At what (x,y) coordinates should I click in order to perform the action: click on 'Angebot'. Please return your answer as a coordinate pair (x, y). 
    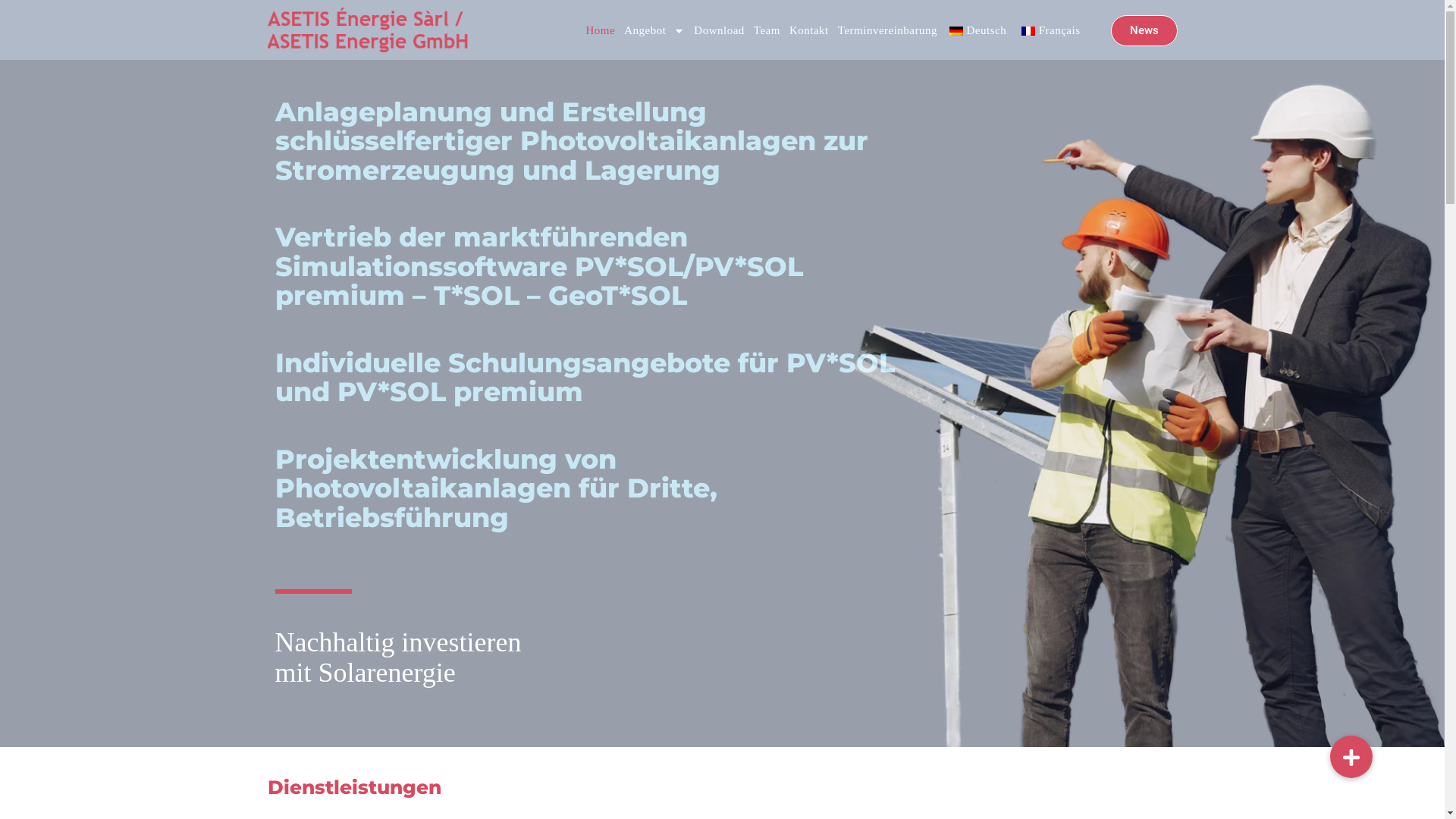
    Looking at the image, I should click on (654, 30).